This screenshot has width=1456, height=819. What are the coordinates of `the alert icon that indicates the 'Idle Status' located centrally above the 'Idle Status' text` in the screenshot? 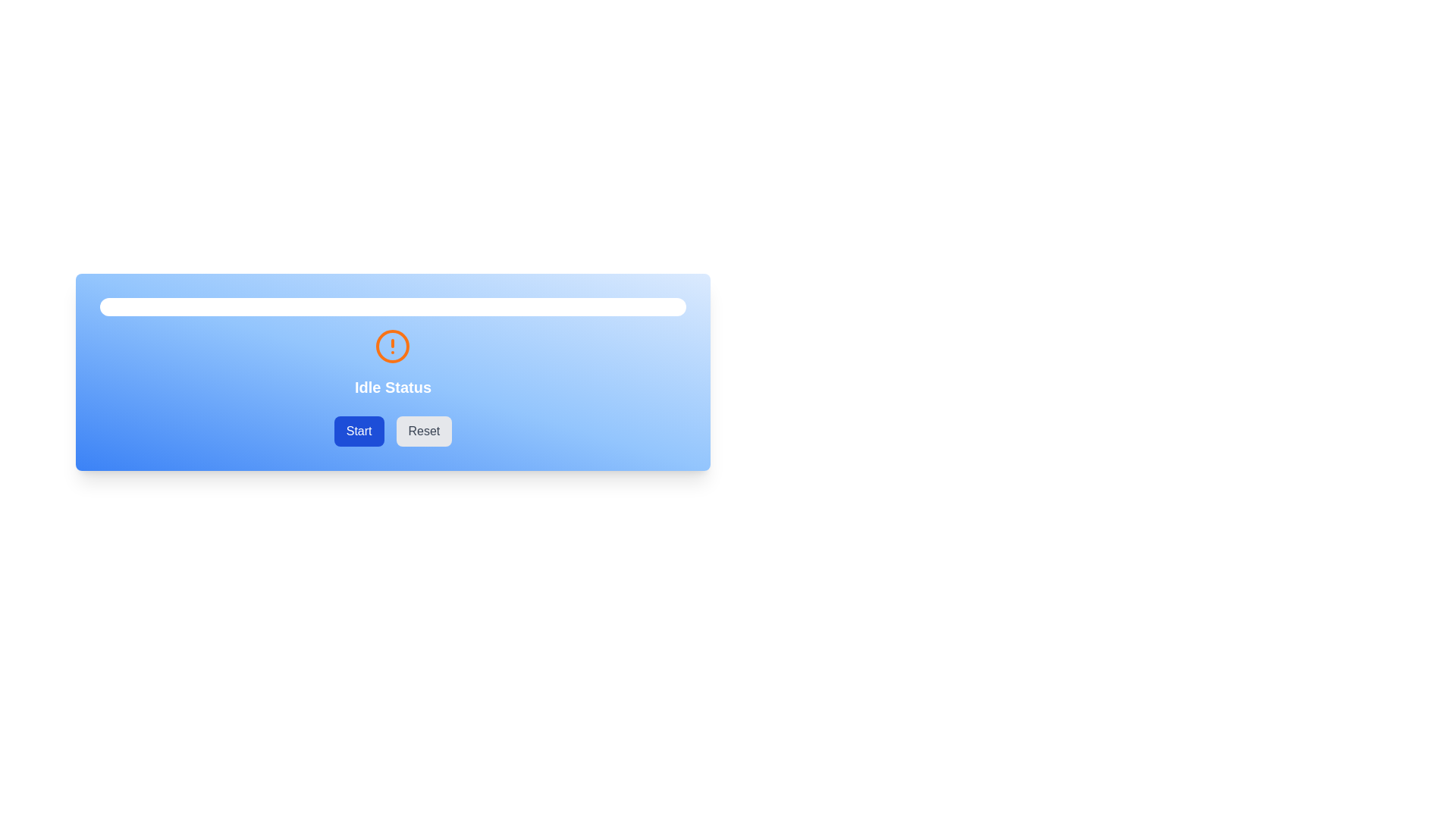 It's located at (393, 346).